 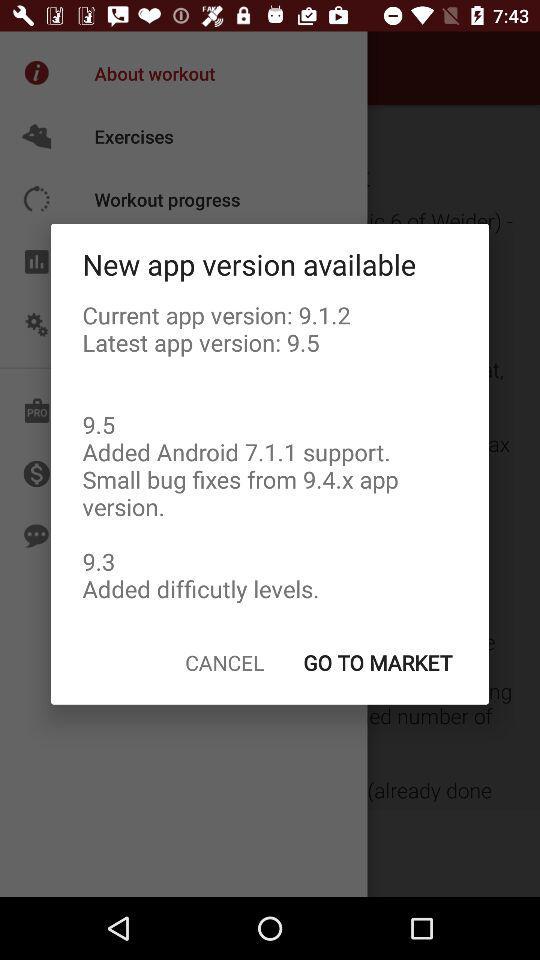 What do you see at coordinates (223, 662) in the screenshot?
I see `item below the current app version item` at bounding box center [223, 662].